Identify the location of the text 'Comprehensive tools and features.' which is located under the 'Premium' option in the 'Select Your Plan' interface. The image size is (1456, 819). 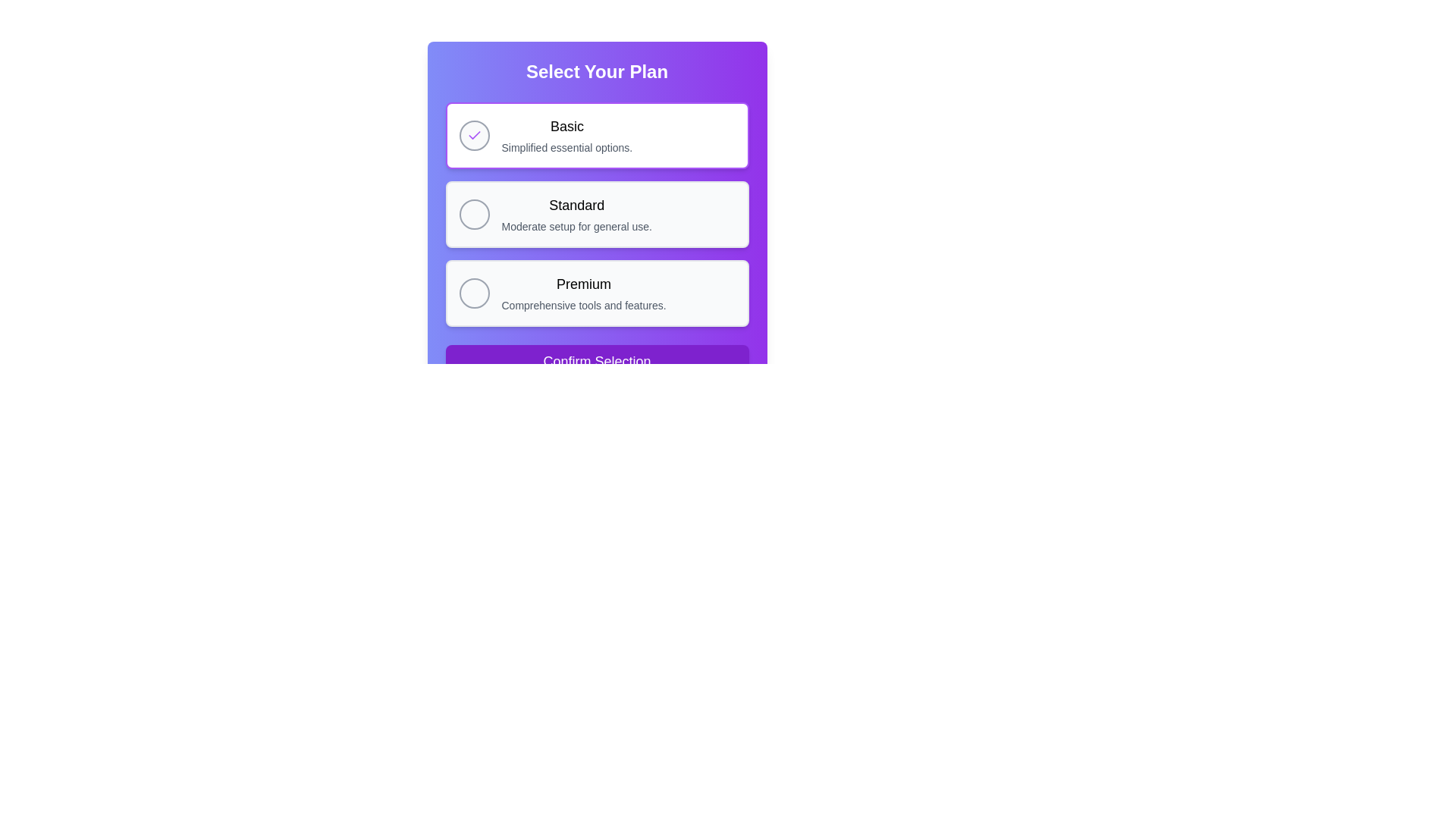
(583, 305).